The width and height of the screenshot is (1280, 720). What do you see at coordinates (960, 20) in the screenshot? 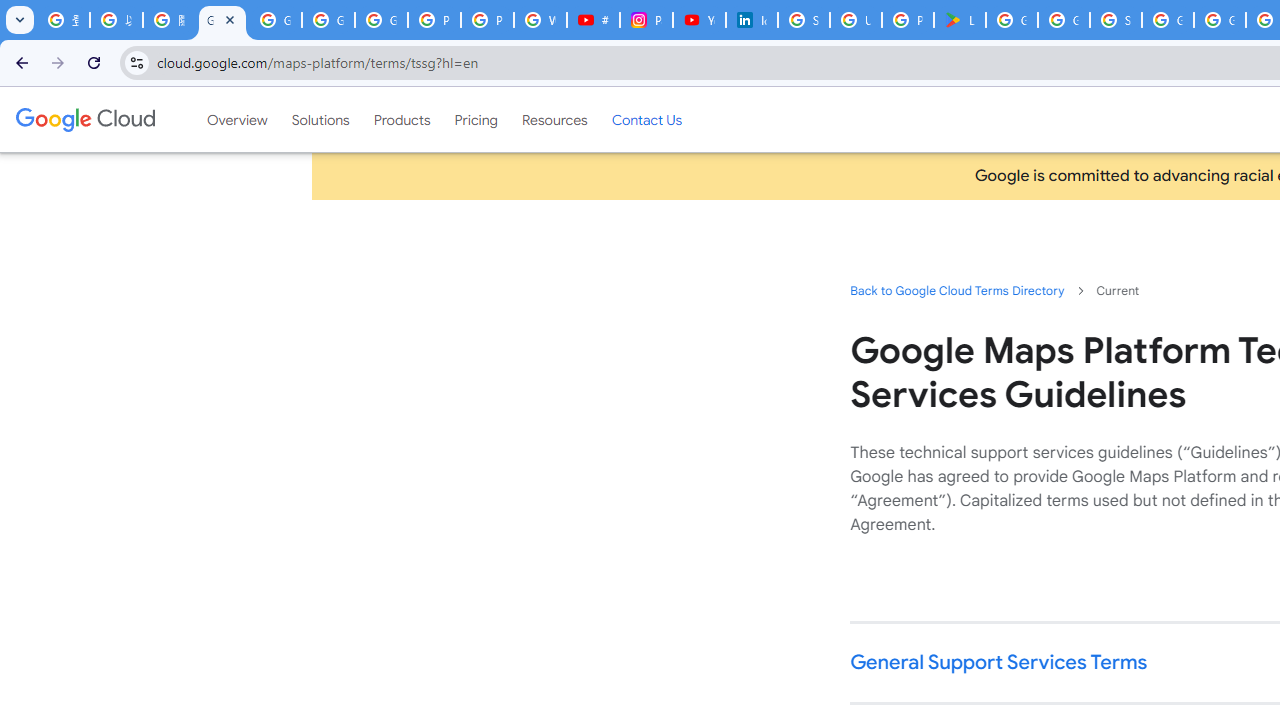
I see `'Last Shelter: Survival - Apps on Google Play'` at bounding box center [960, 20].